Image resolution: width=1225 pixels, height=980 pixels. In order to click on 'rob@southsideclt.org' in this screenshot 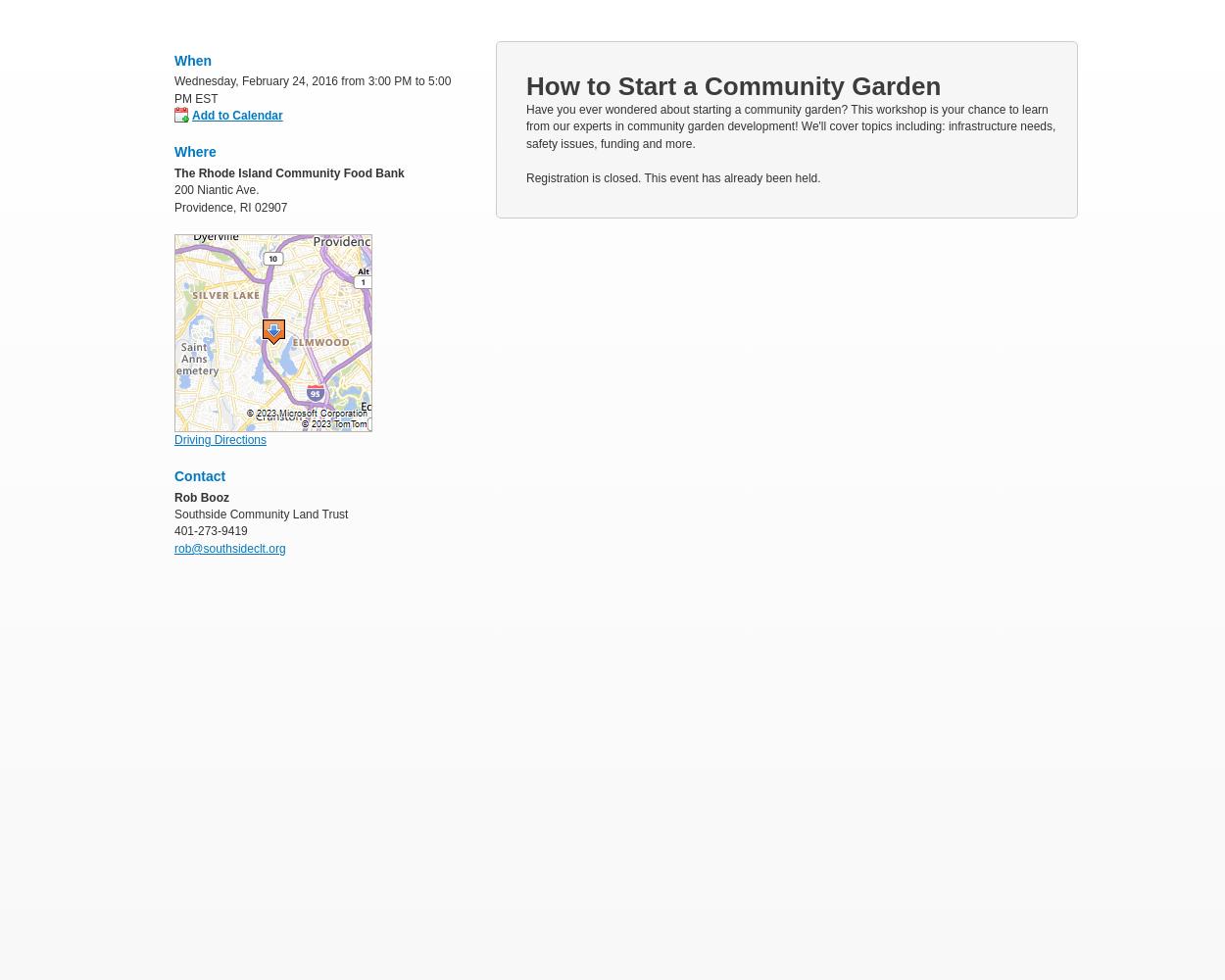, I will do `click(174, 548)`.